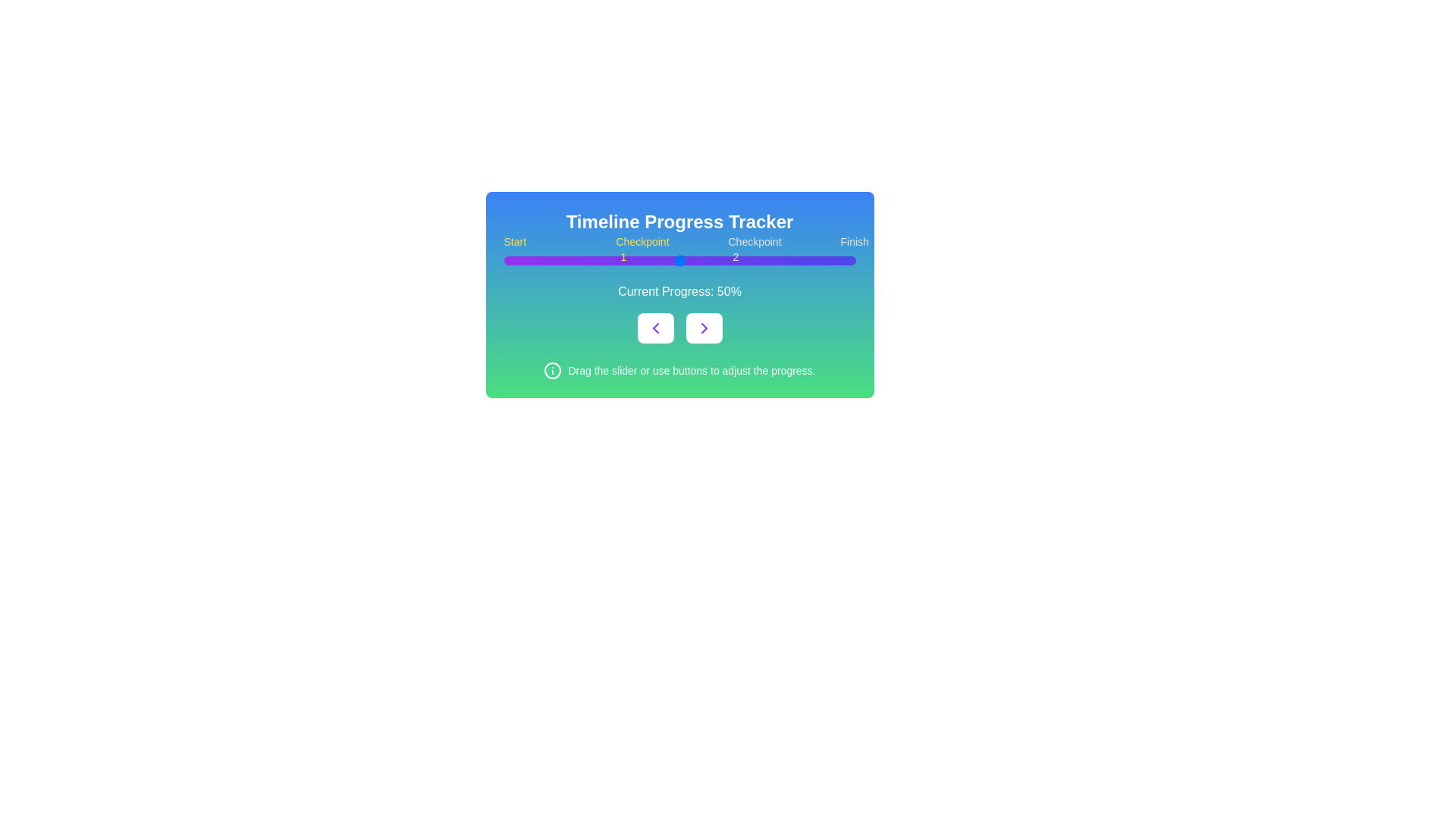 Image resolution: width=1456 pixels, height=819 pixels. Describe the element at coordinates (679, 259) in the screenshot. I see `the range slider handle, which is located at the midpoint of the slider` at that location.